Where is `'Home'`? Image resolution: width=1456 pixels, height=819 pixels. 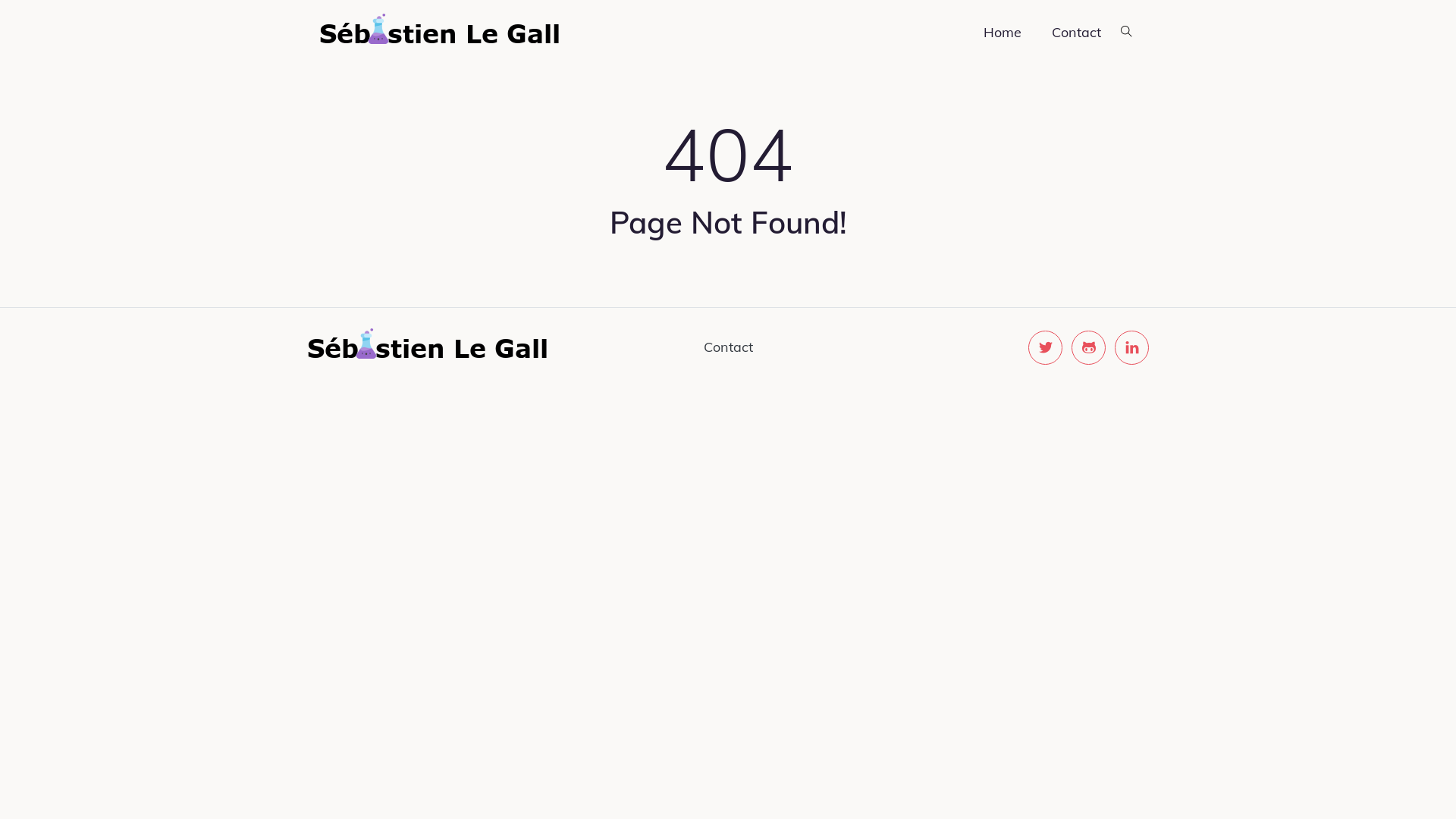 'Home' is located at coordinates (1002, 33).